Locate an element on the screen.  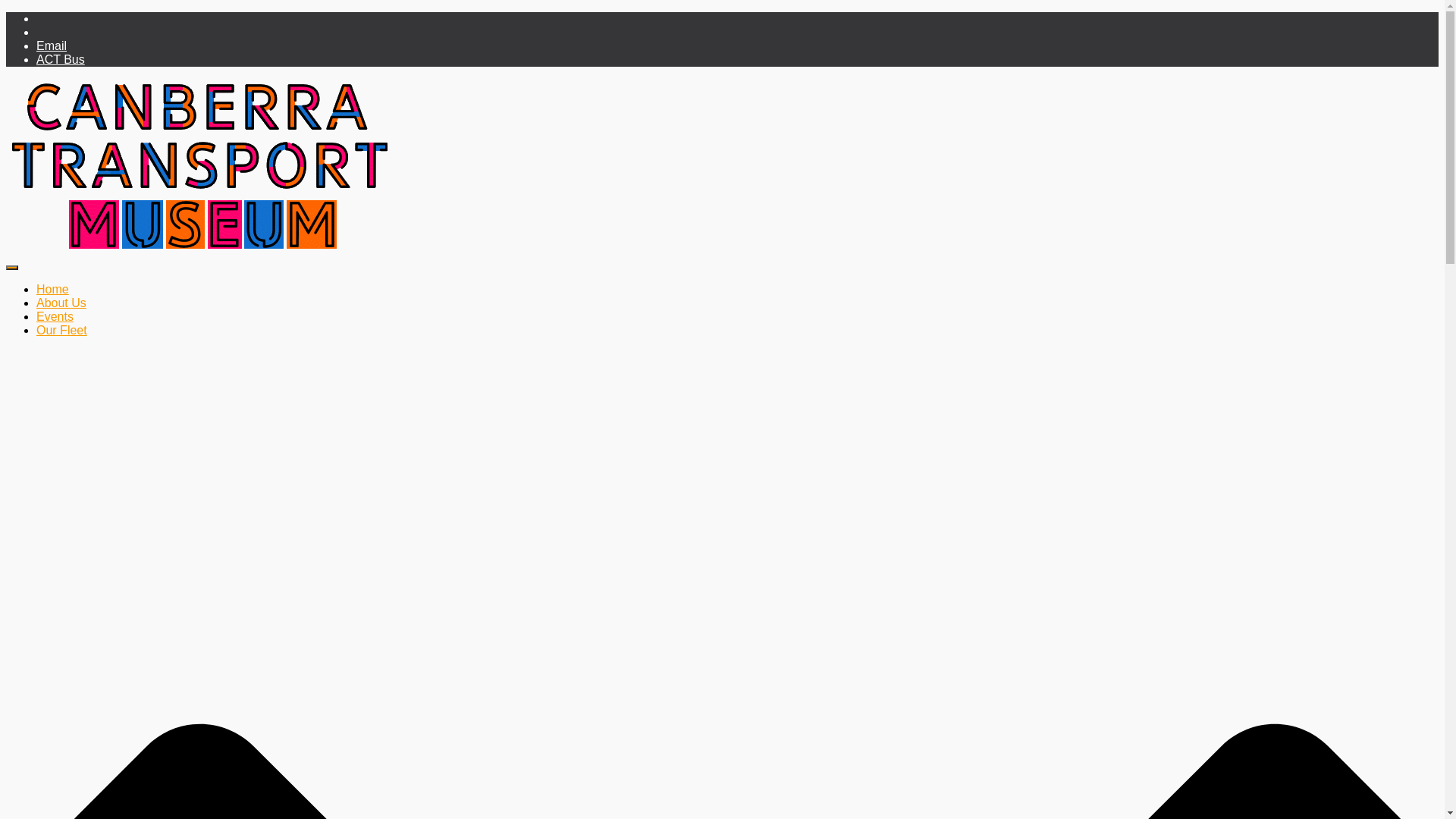
'Home' is located at coordinates (52, 289).